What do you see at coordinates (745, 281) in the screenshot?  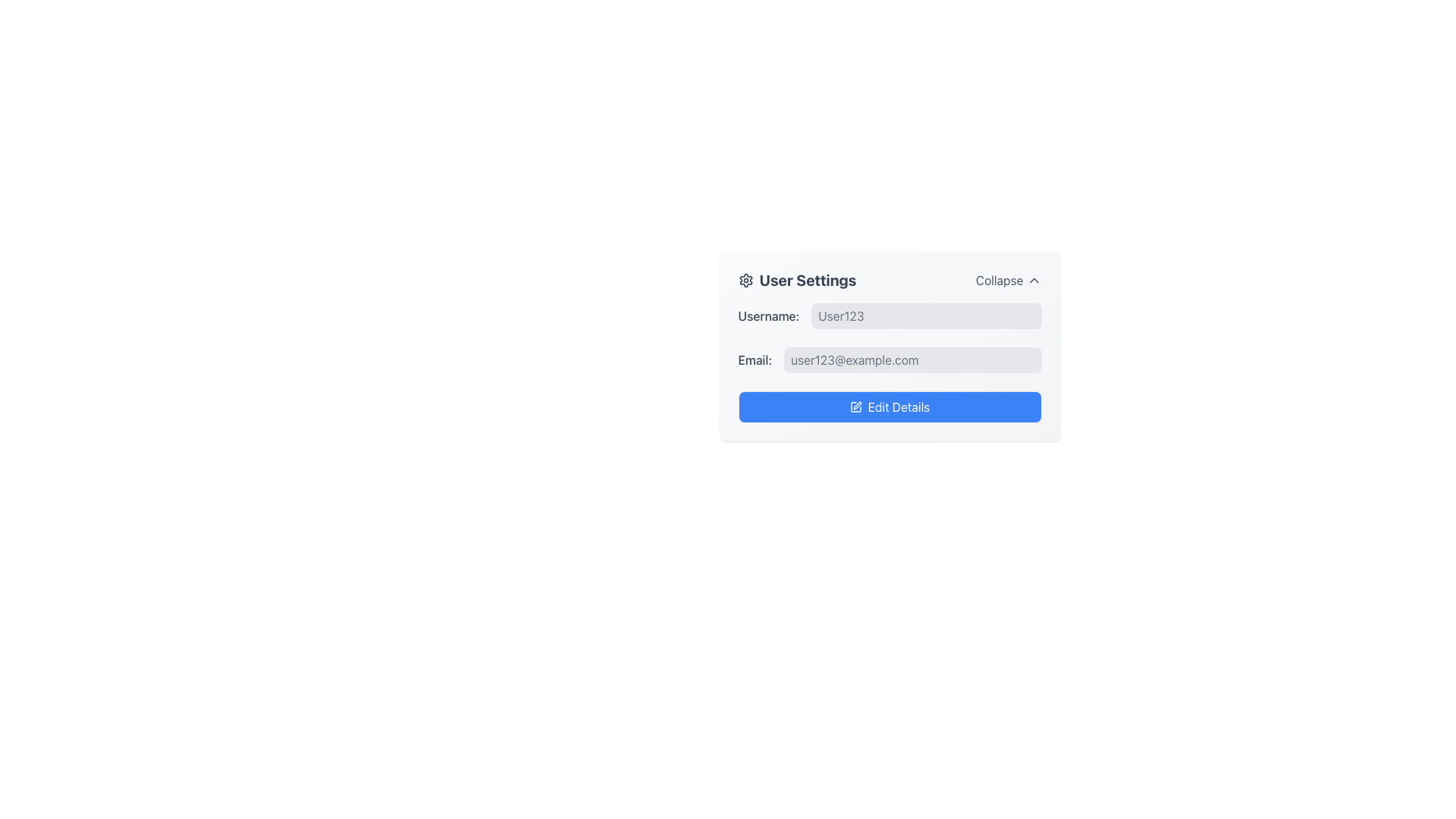 I see `the gear icon, which is a small cogwheel located to the left of the 'User Settings' text in the header of the settings panel` at bounding box center [745, 281].